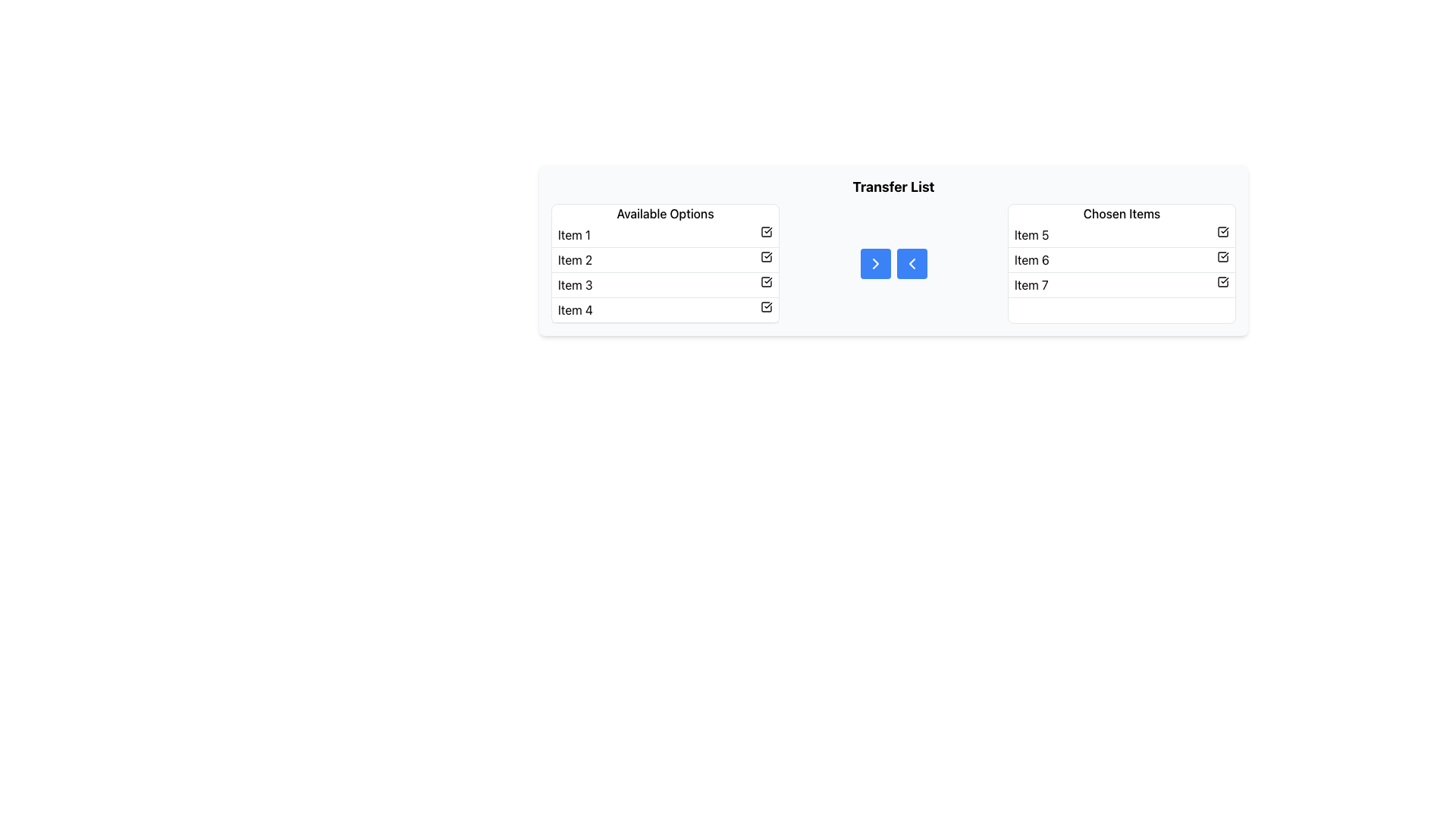  I want to click on the third row in the vertical list view labeled 'Item 3', so click(665, 285).